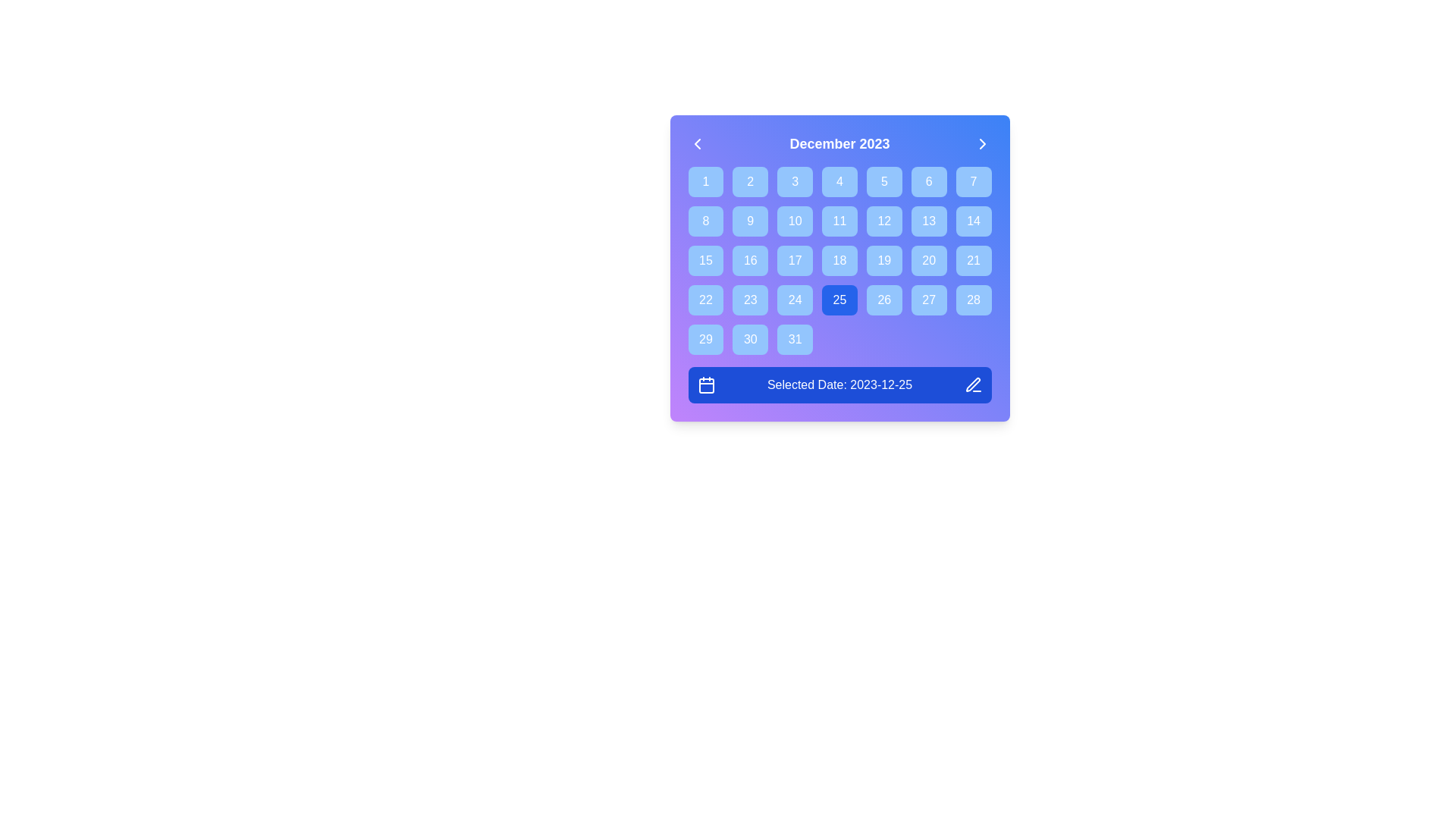  What do you see at coordinates (705, 180) in the screenshot?
I see `the date button located in the first row and first column of the calendar grid` at bounding box center [705, 180].